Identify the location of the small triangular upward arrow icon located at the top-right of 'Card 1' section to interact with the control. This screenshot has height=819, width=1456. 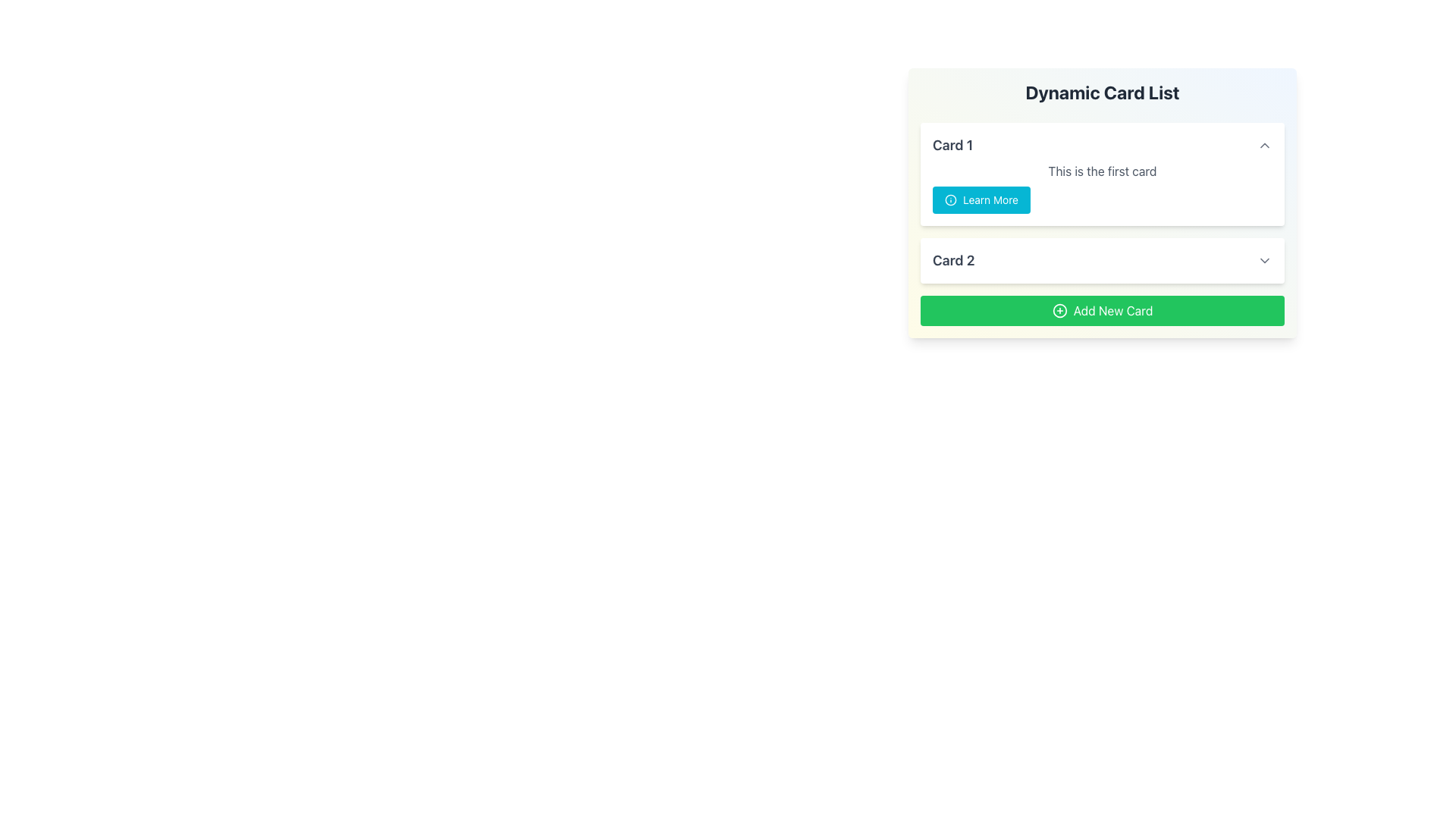
(1265, 146).